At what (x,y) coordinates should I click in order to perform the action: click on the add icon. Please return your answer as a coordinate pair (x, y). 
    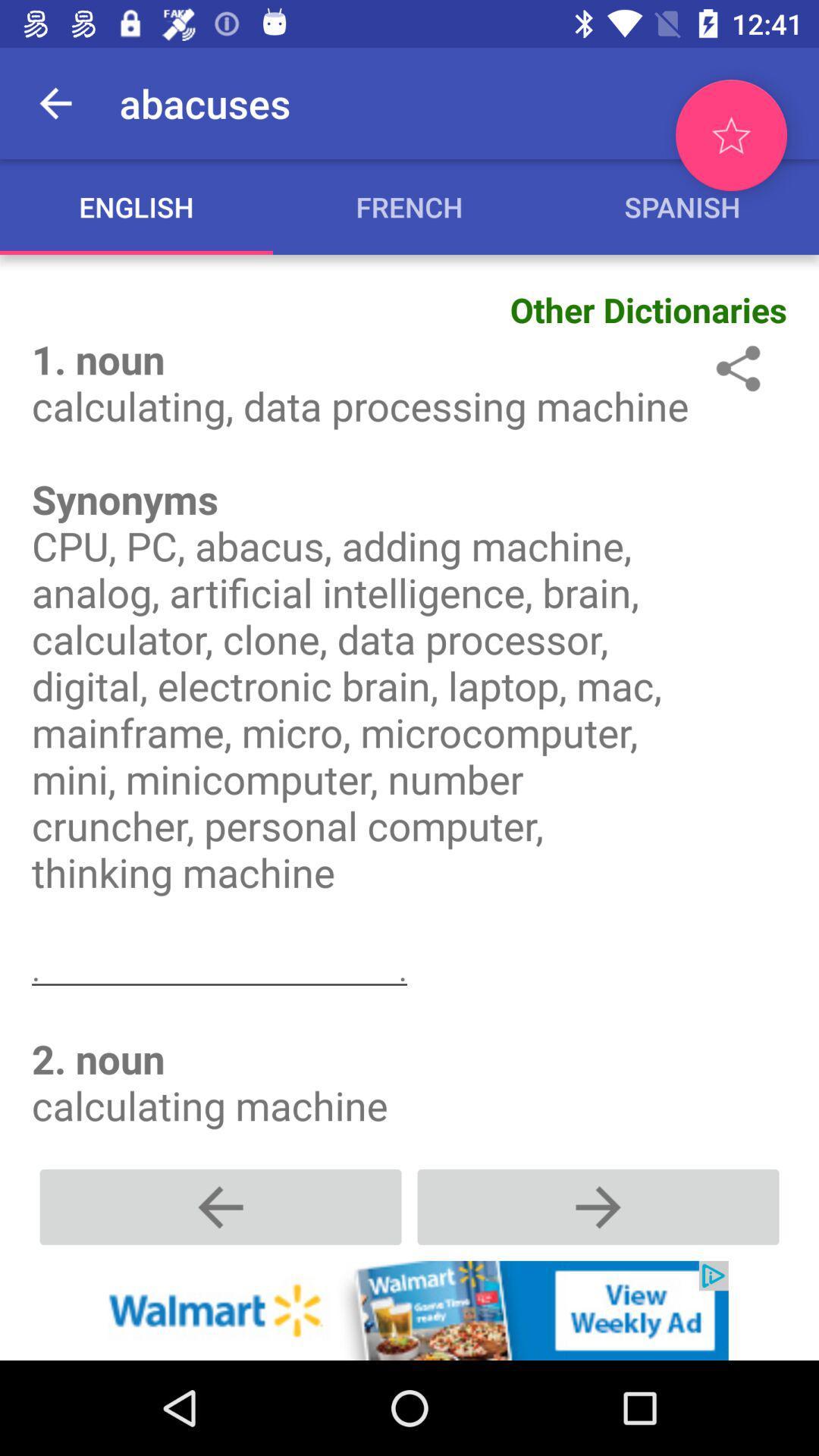
    Looking at the image, I should click on (220, 1206).